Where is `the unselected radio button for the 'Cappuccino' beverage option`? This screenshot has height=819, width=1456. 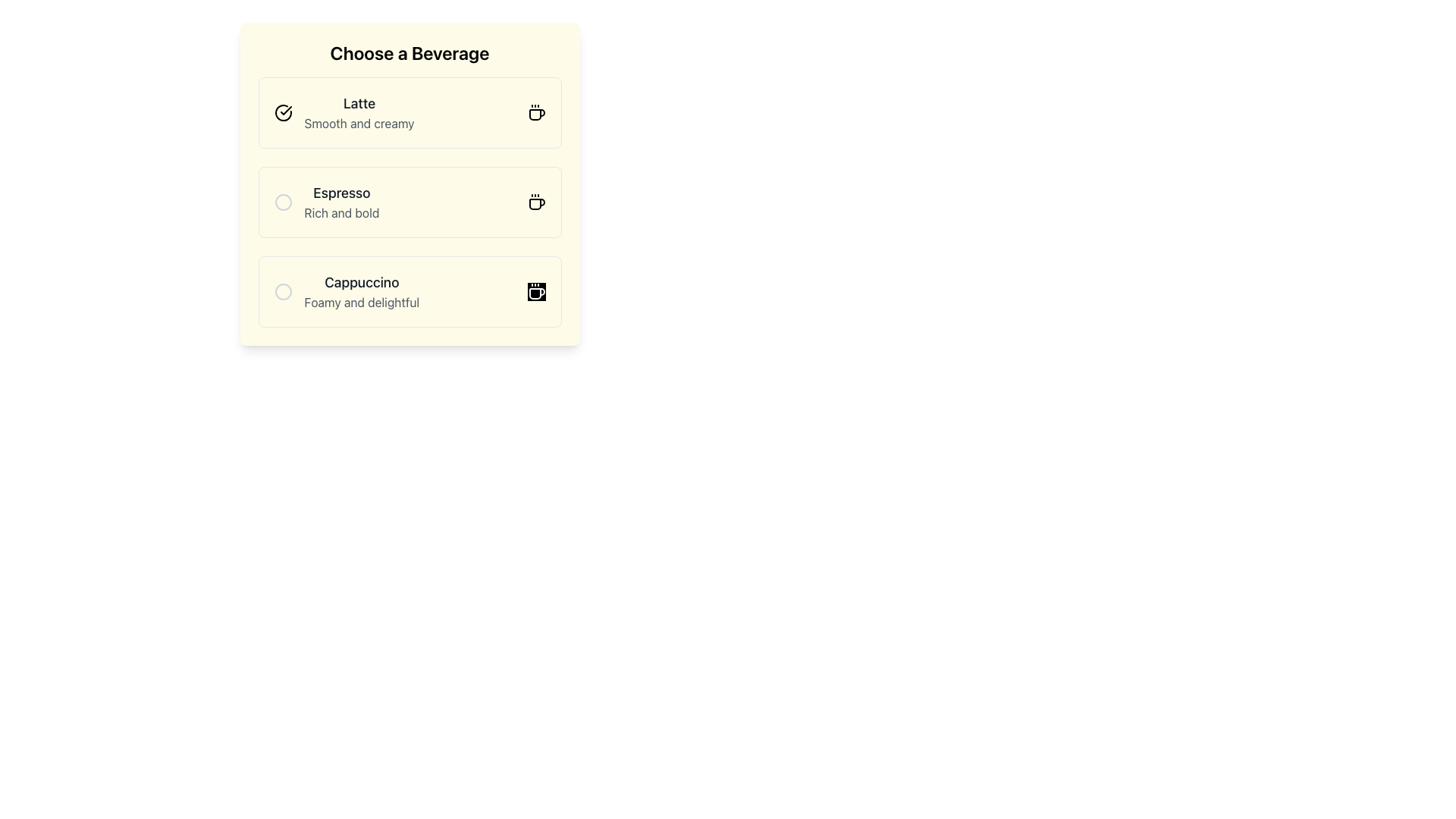
the unselected radio button for the 'Cappuccino' beverage option is located at coordinates (283, 292).